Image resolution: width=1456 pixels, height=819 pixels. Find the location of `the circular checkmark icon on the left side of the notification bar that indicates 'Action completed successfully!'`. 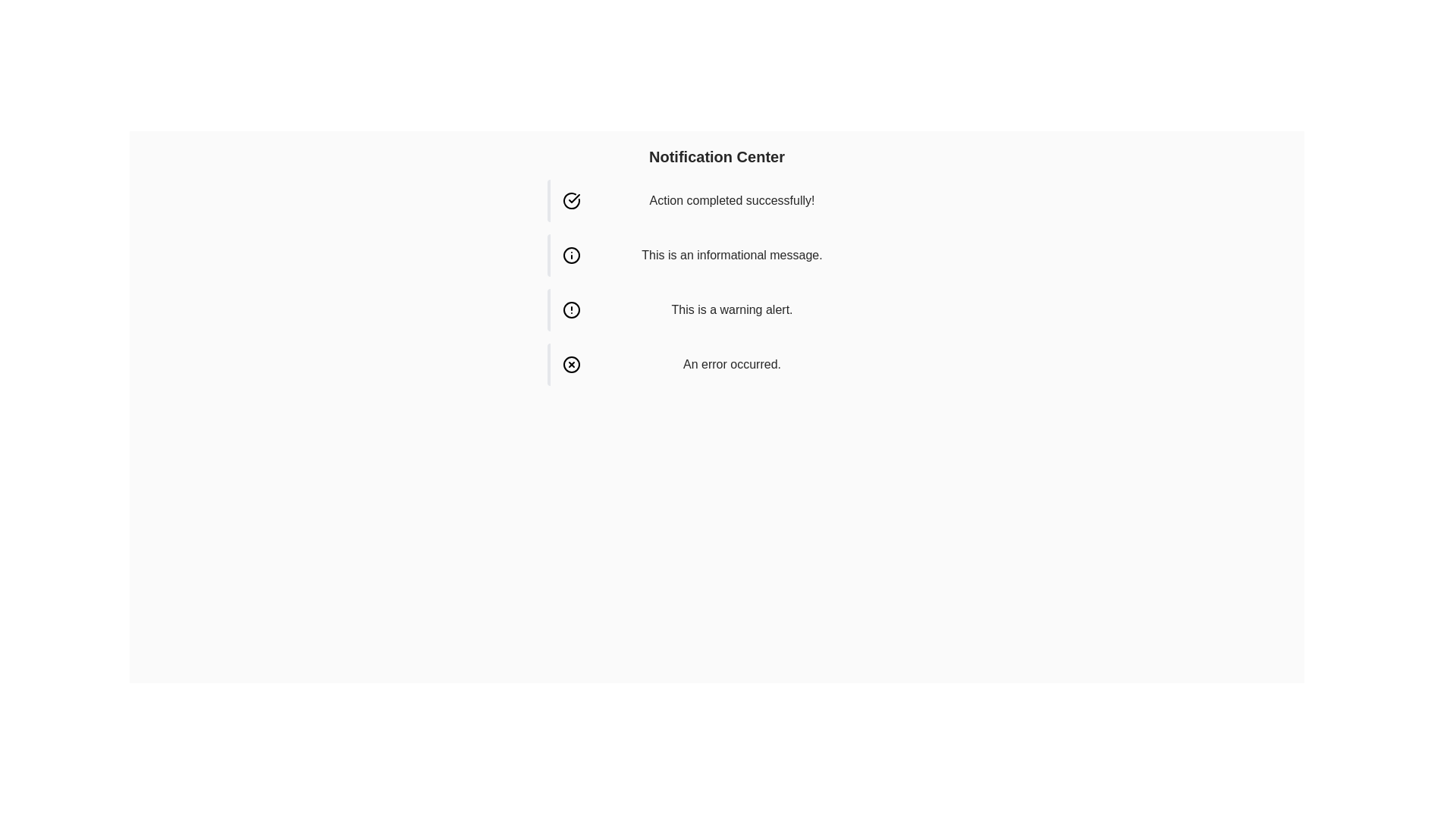

the circular checkmark icon on the left side of the notification bar that indicates 'Action completed successfully!' is located at coordinates (570, 200).